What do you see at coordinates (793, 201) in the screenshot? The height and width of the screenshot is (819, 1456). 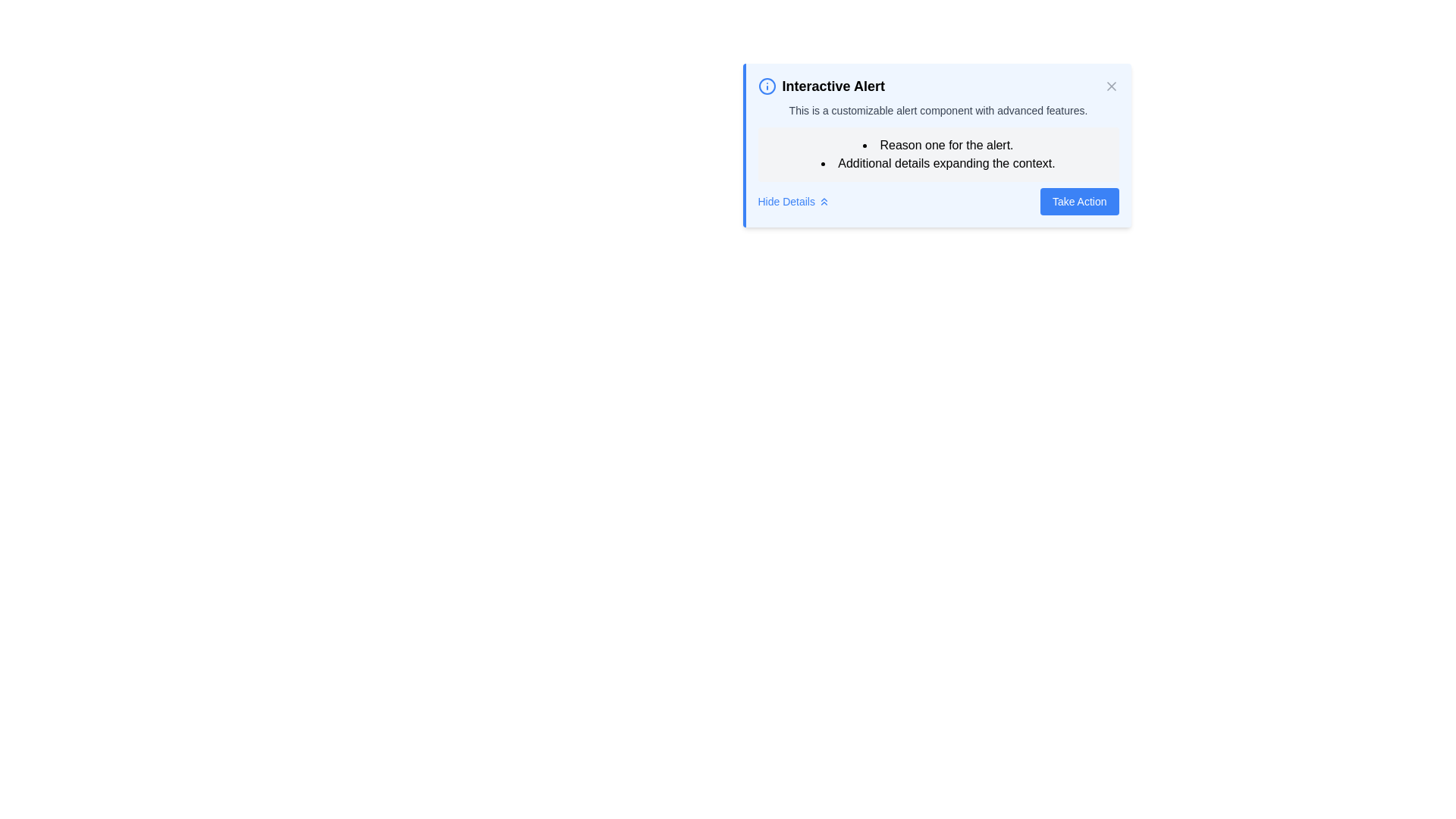 I see `the 'Hide Details' interactive link styled in blue with an upward chevron icon for keyboard navigation` at bounding box center [793, 201].